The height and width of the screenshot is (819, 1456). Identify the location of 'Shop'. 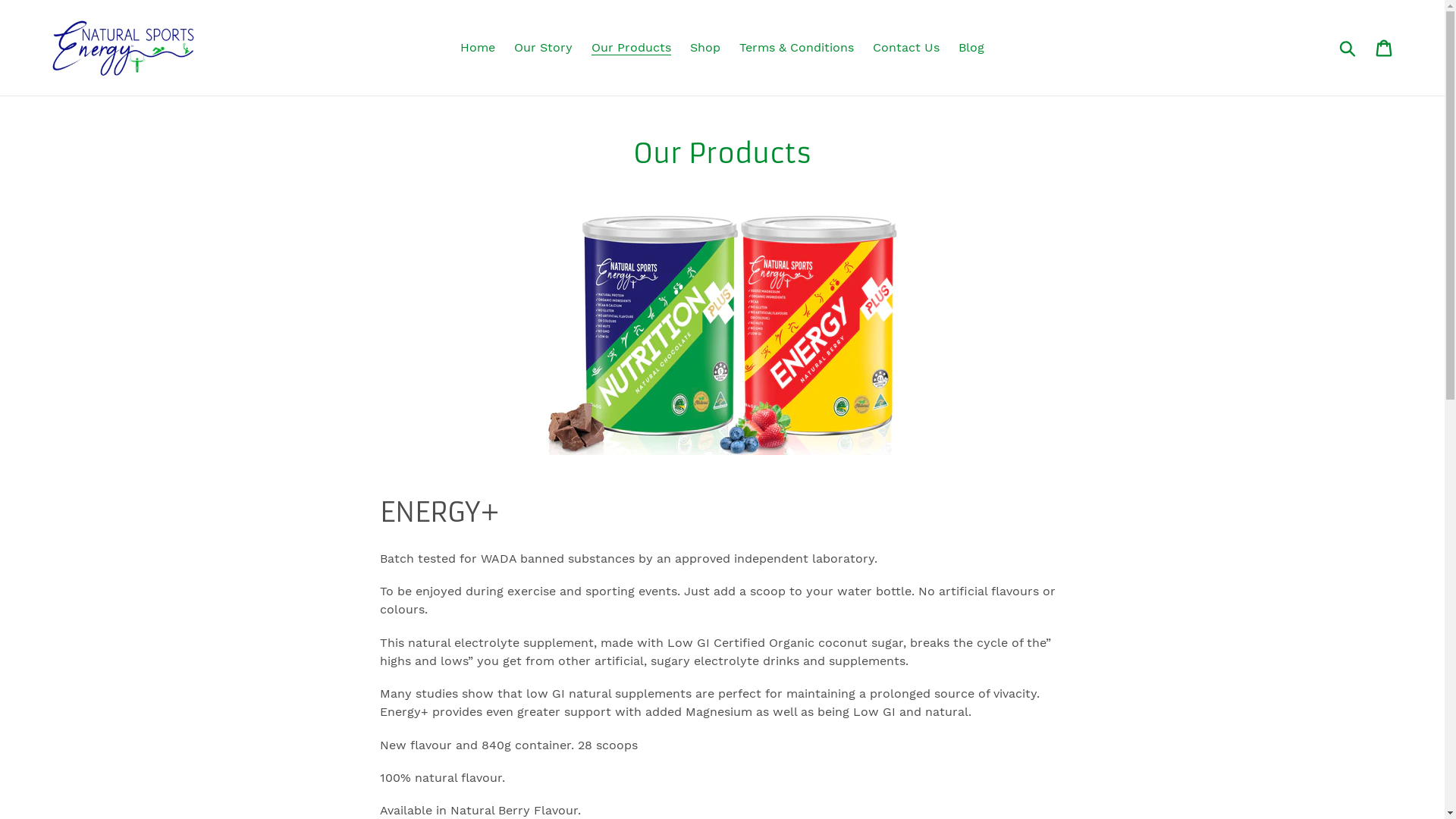
(704, 46).